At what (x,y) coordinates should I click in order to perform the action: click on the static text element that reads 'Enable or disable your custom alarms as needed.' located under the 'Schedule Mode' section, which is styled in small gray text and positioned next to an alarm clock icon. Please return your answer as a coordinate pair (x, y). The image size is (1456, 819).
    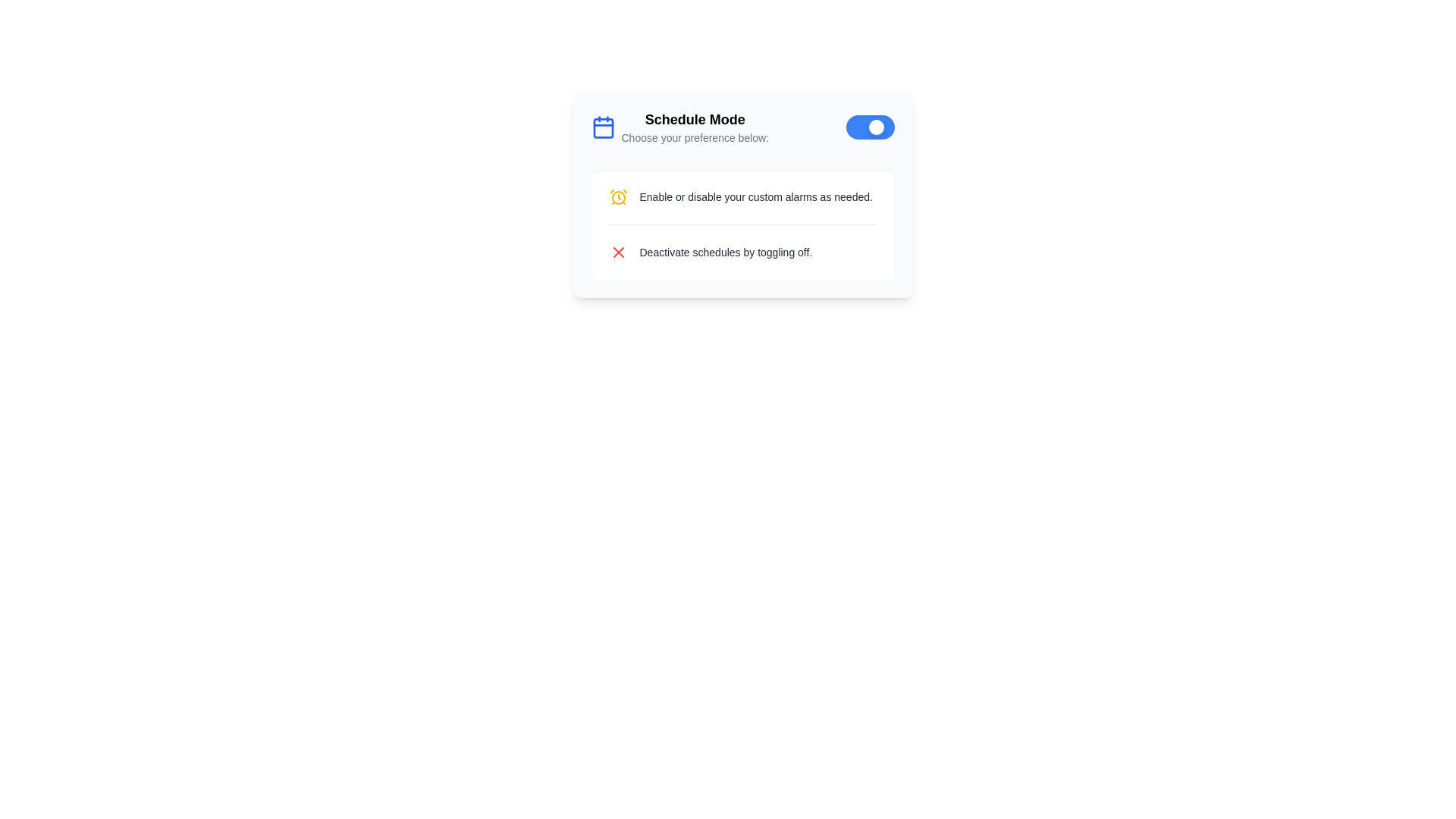
    Looking at the image, I should click on (756, 196).